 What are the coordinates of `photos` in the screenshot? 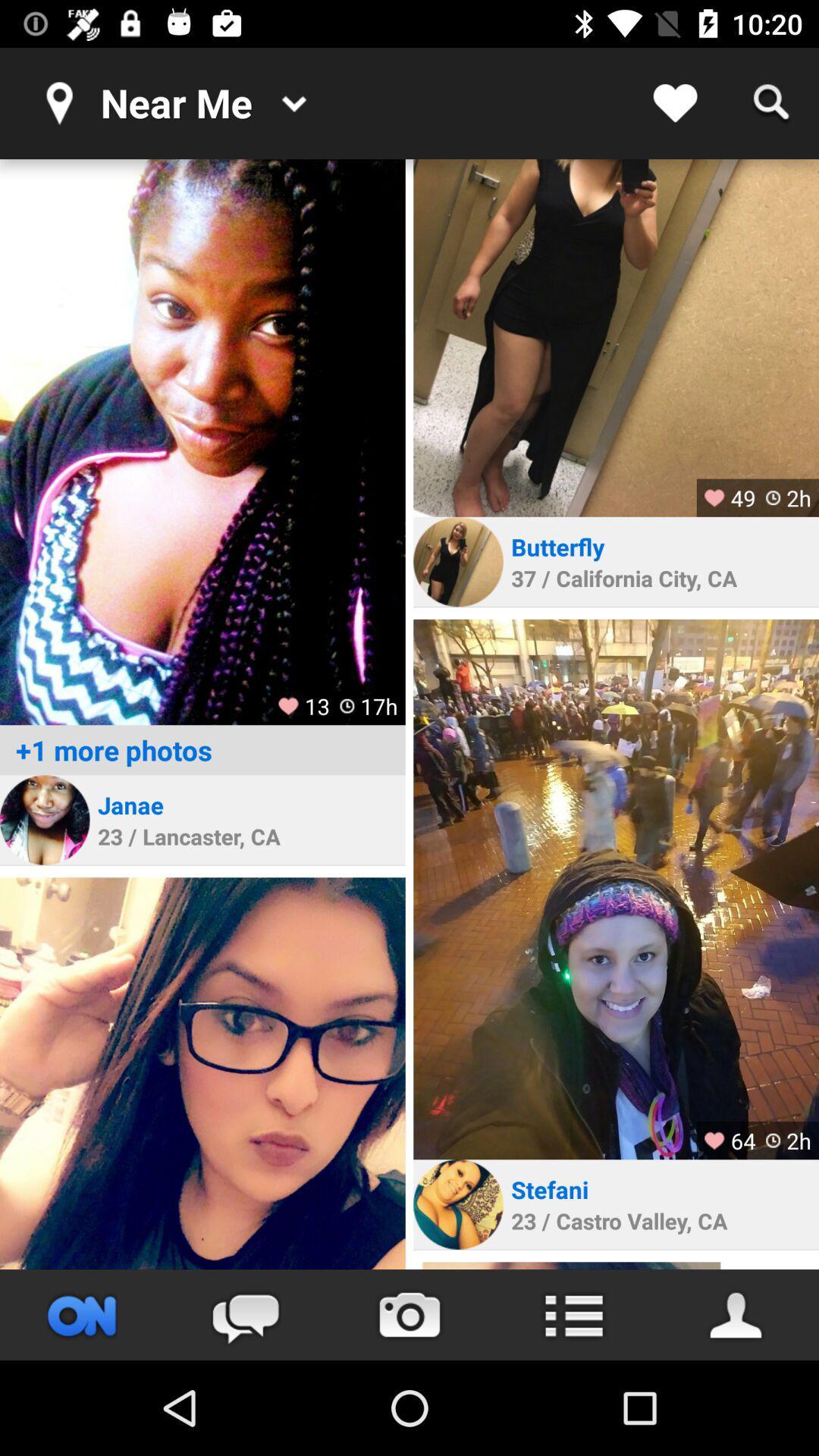 It's located at (202, 441).